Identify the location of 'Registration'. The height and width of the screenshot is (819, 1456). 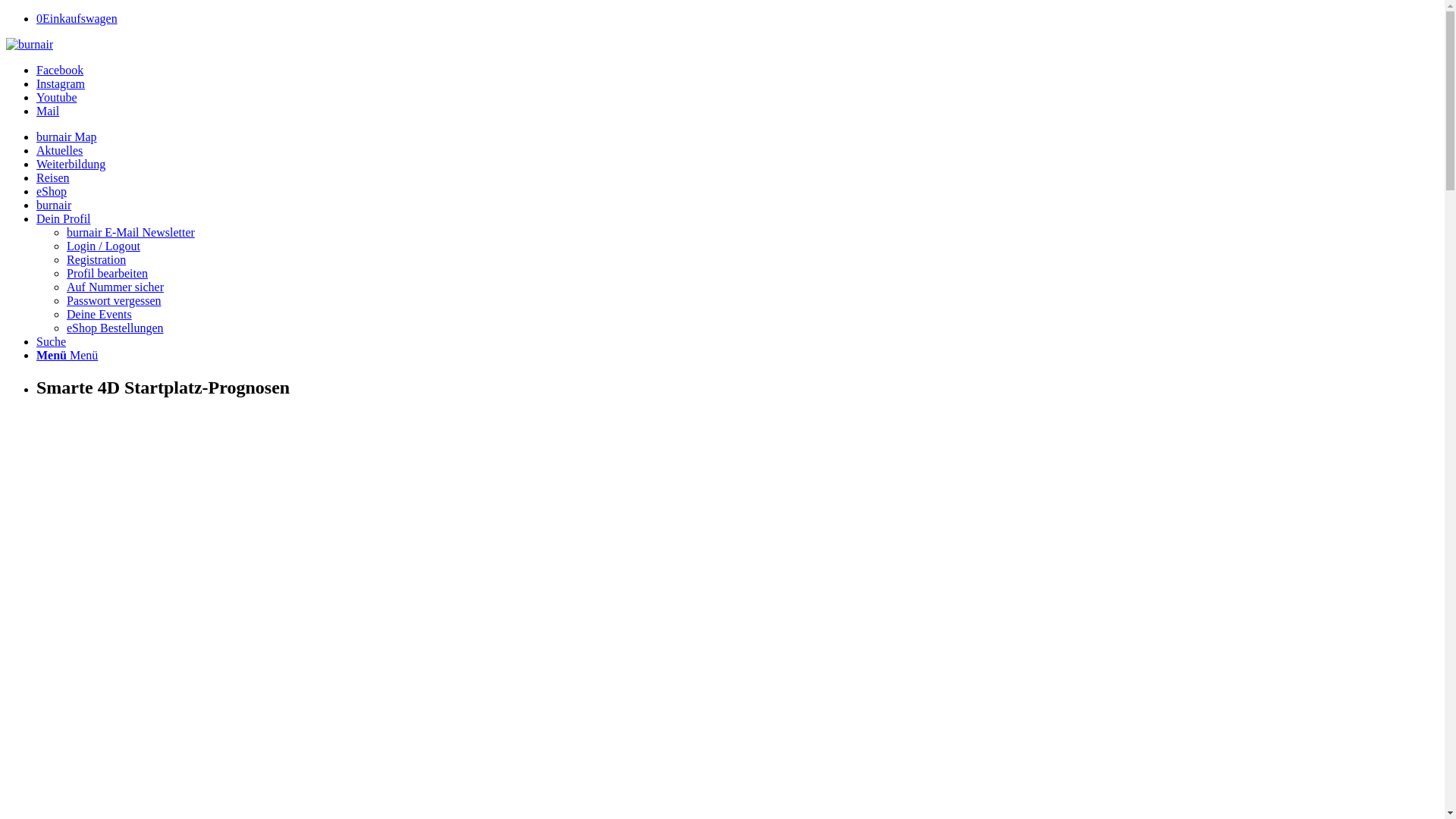
(95, 259).